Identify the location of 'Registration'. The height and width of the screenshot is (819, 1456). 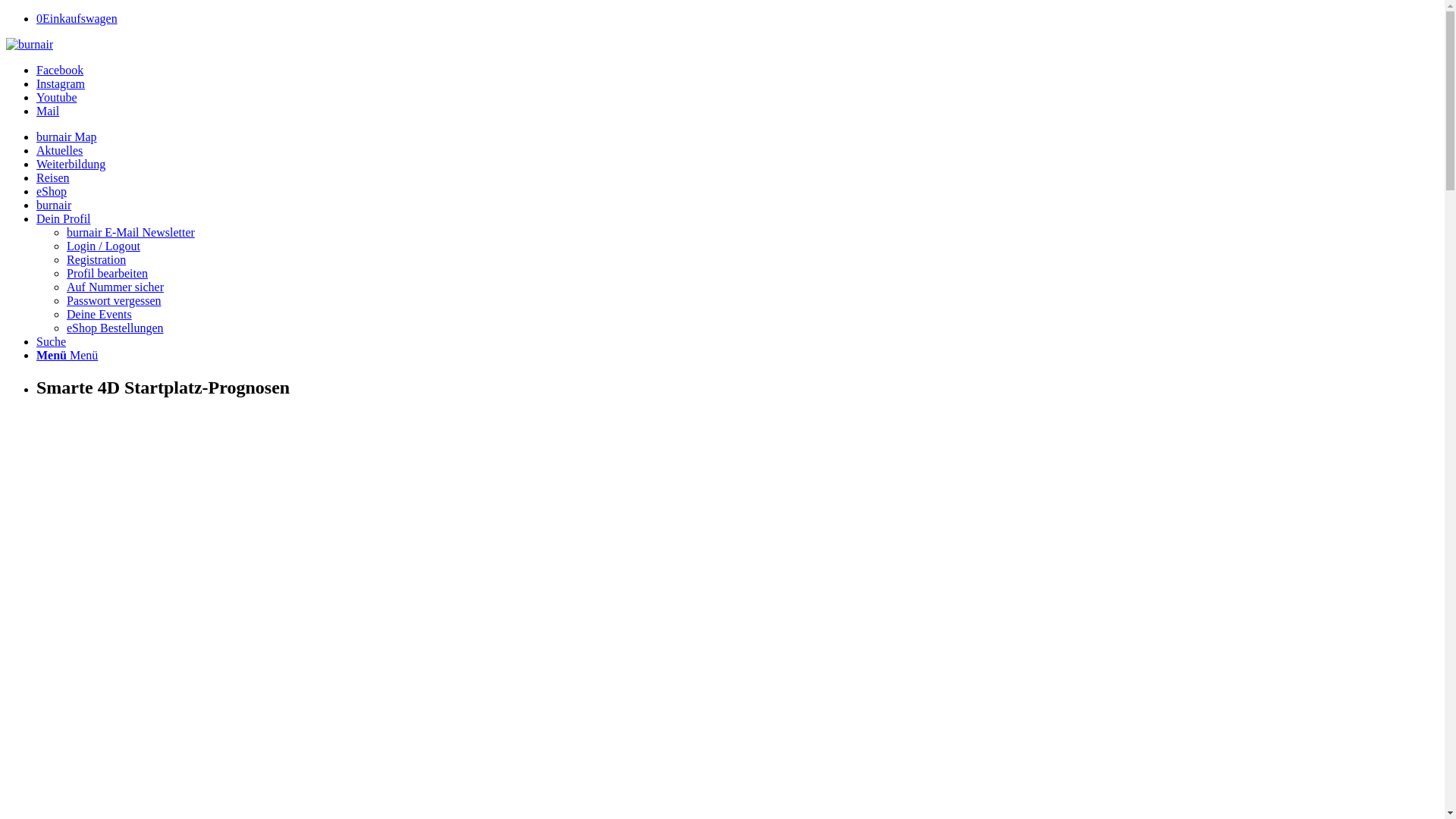
(95, 259).